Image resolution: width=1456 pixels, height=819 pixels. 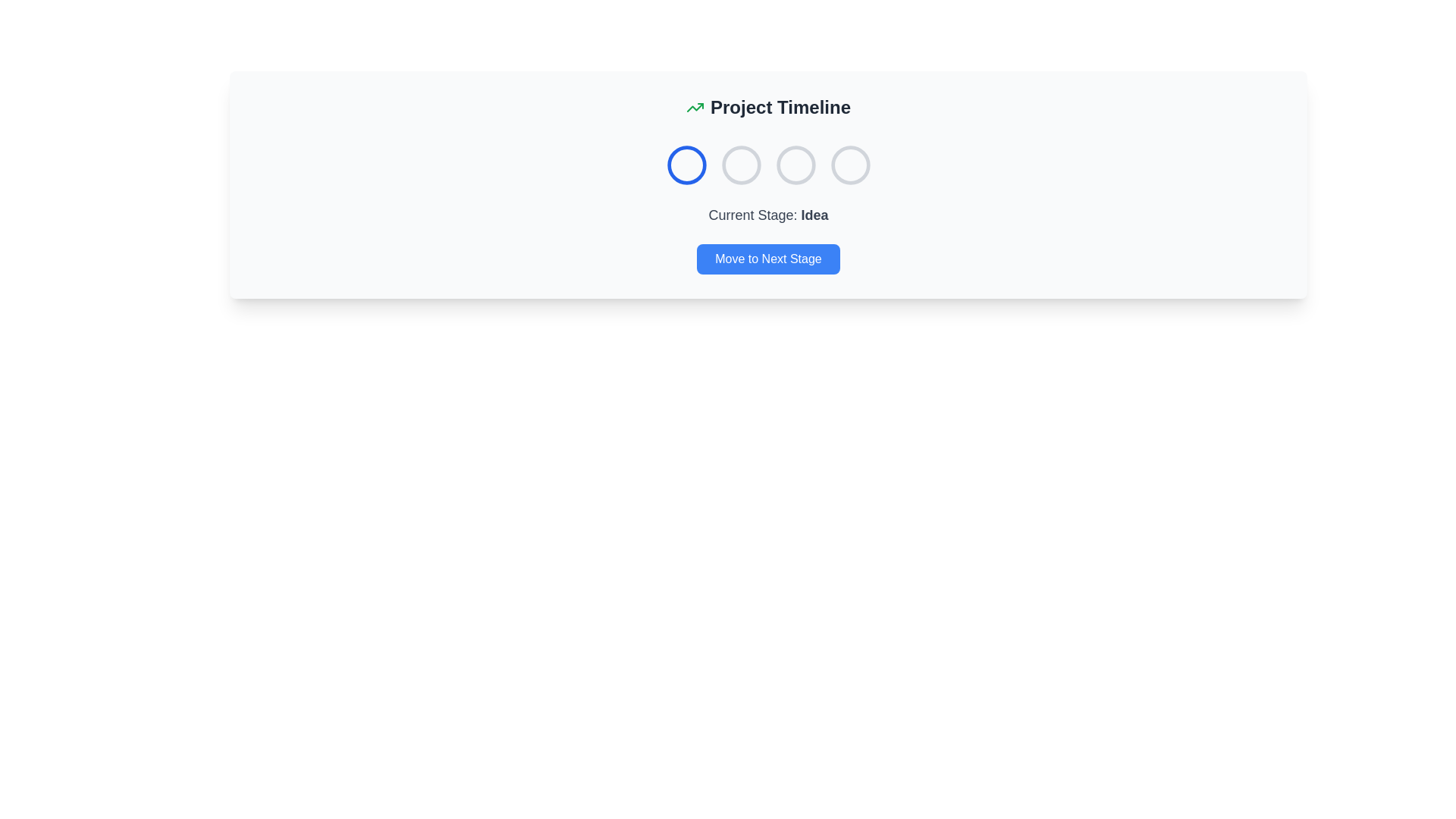 I want to click on the upward-trending line graph icon with a green stroke color, located left of the text 'Project Timeline' in the header section, so click(x=694, y=107).